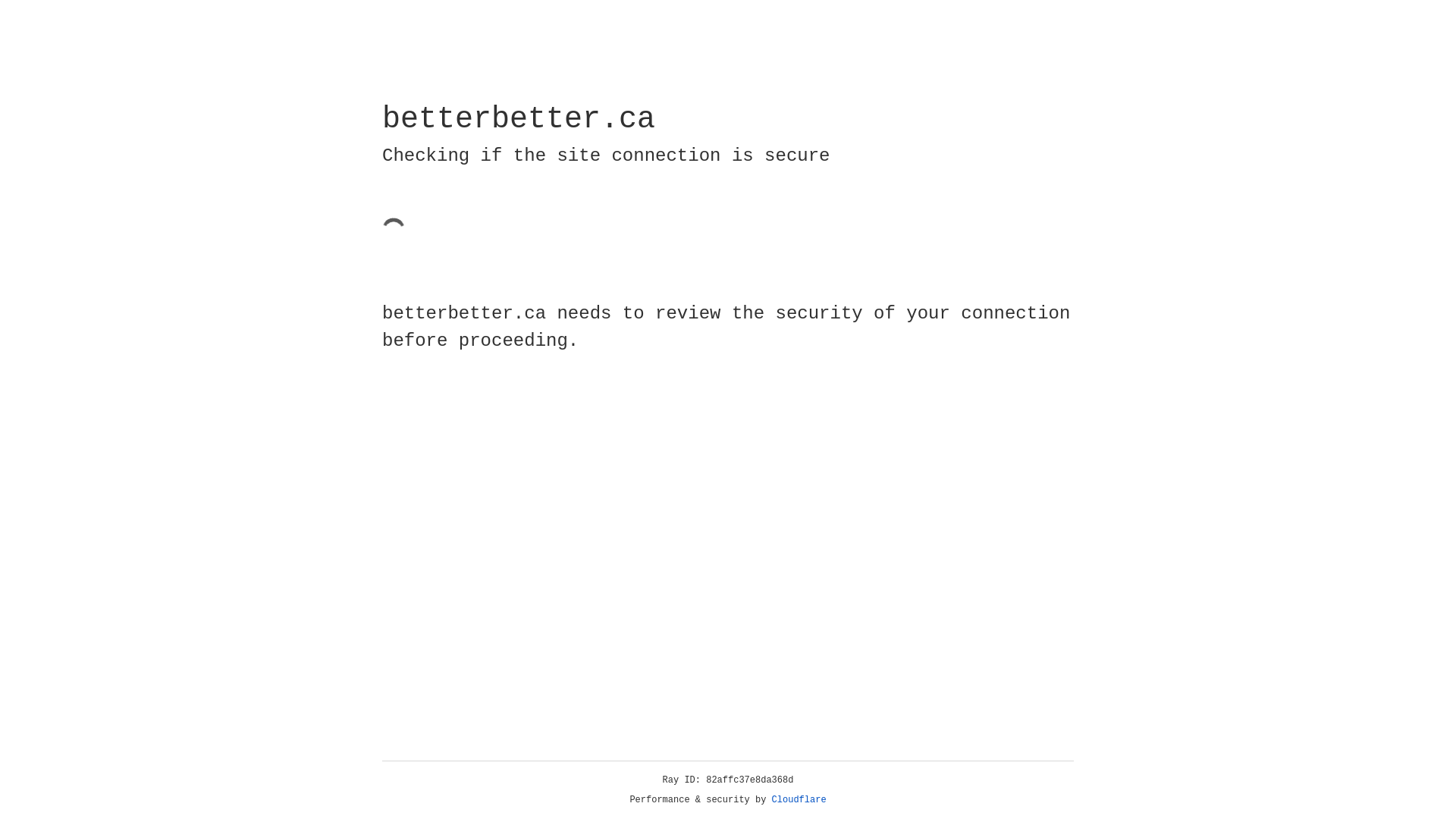 This screenshot has height=819, width=1456. What do you see at coordinates (799, 799) in the screenshot?
I see `'Cloudflare'` at bounding box center [799, 799].